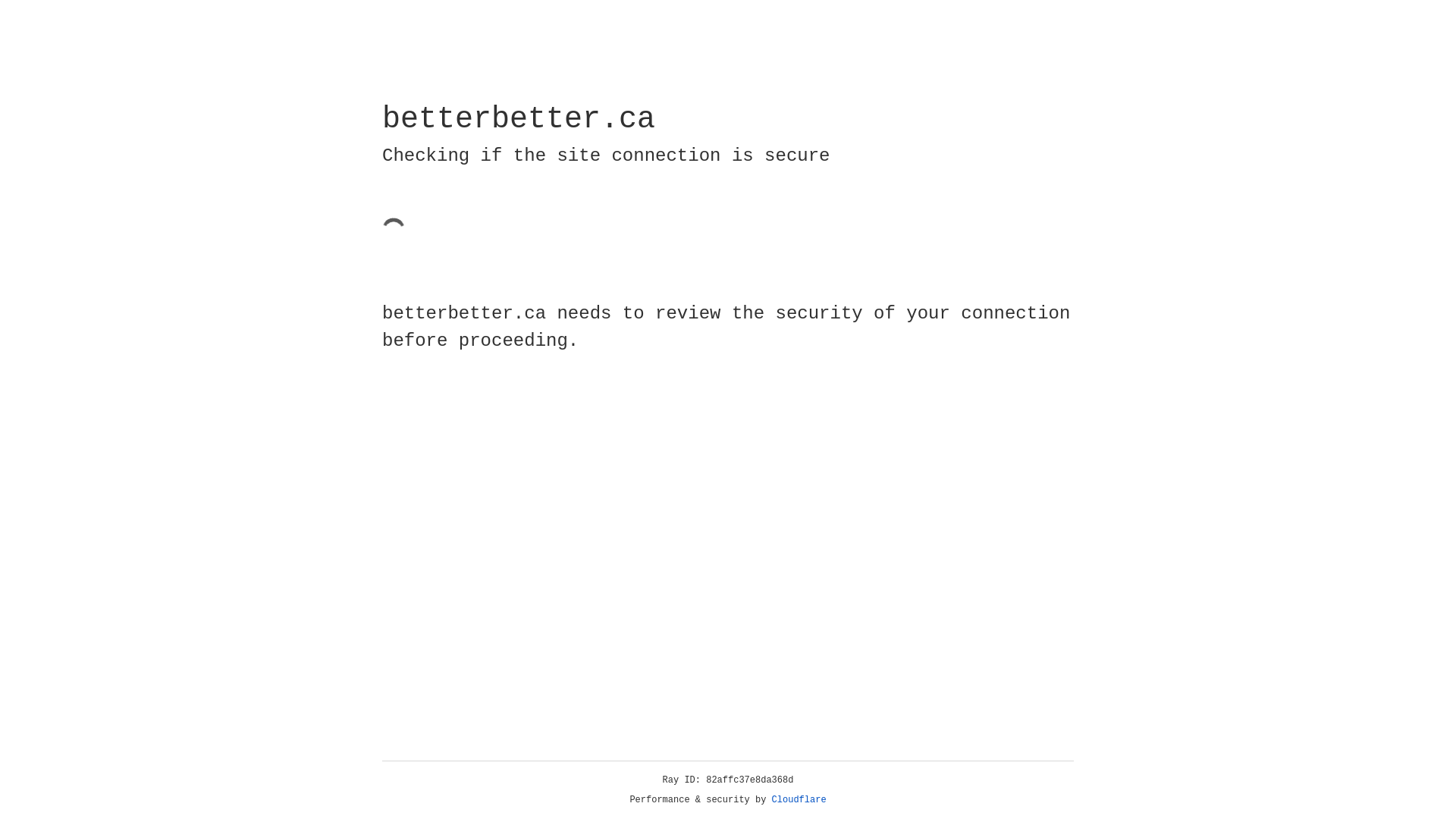 This screenshot has height=819, width=1456. What do you see at coordinates (799, 799) in the screenshot?
I see `'Cloudflare'` at bounding box center [799, 799].